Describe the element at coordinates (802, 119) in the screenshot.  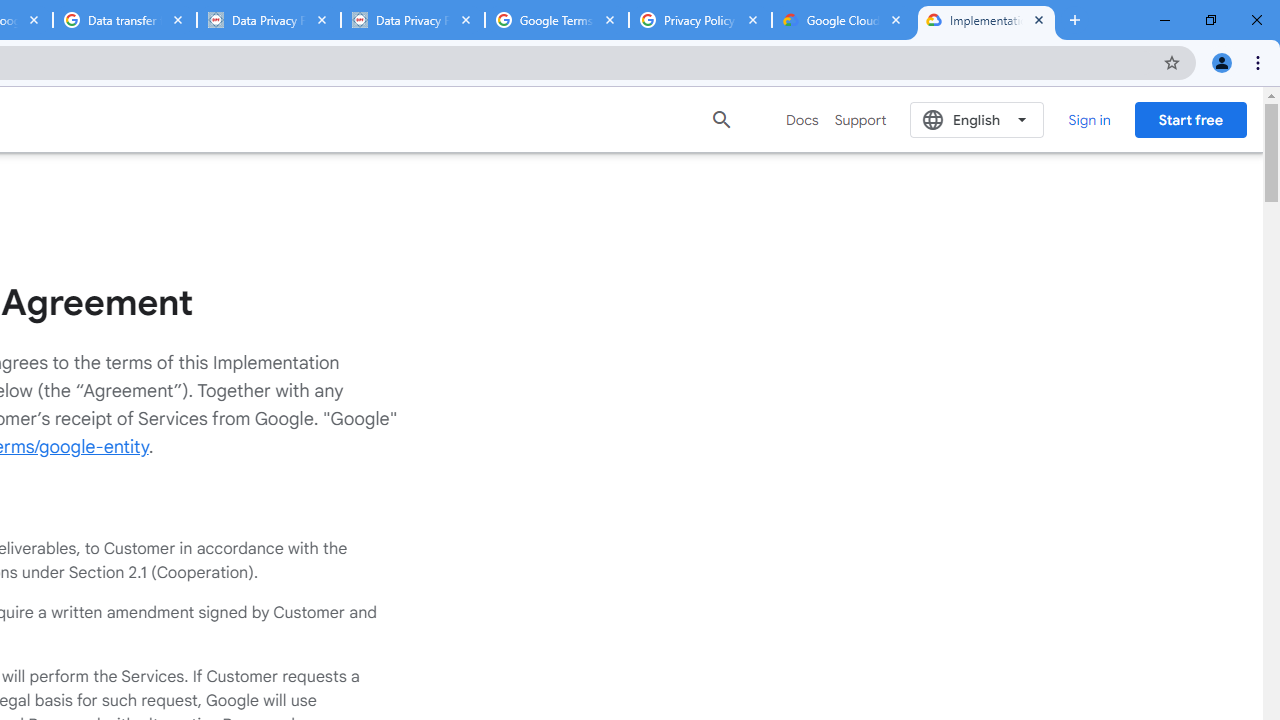
I see `'Docs'` at that location.